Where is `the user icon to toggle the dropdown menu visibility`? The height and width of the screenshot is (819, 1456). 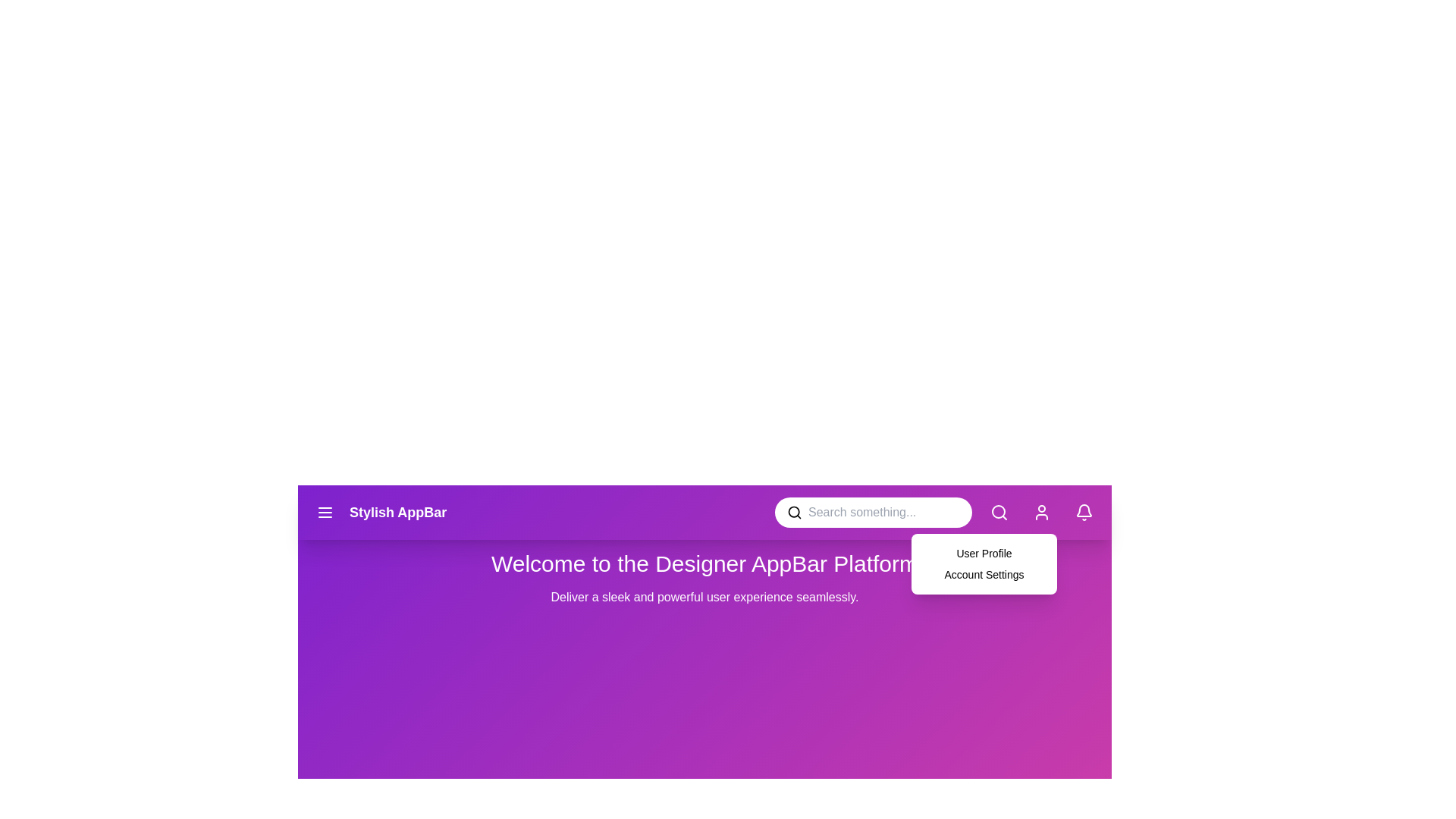 the user icon to toggle the dropdown menu visibility is located at coordinates (1040, 512).